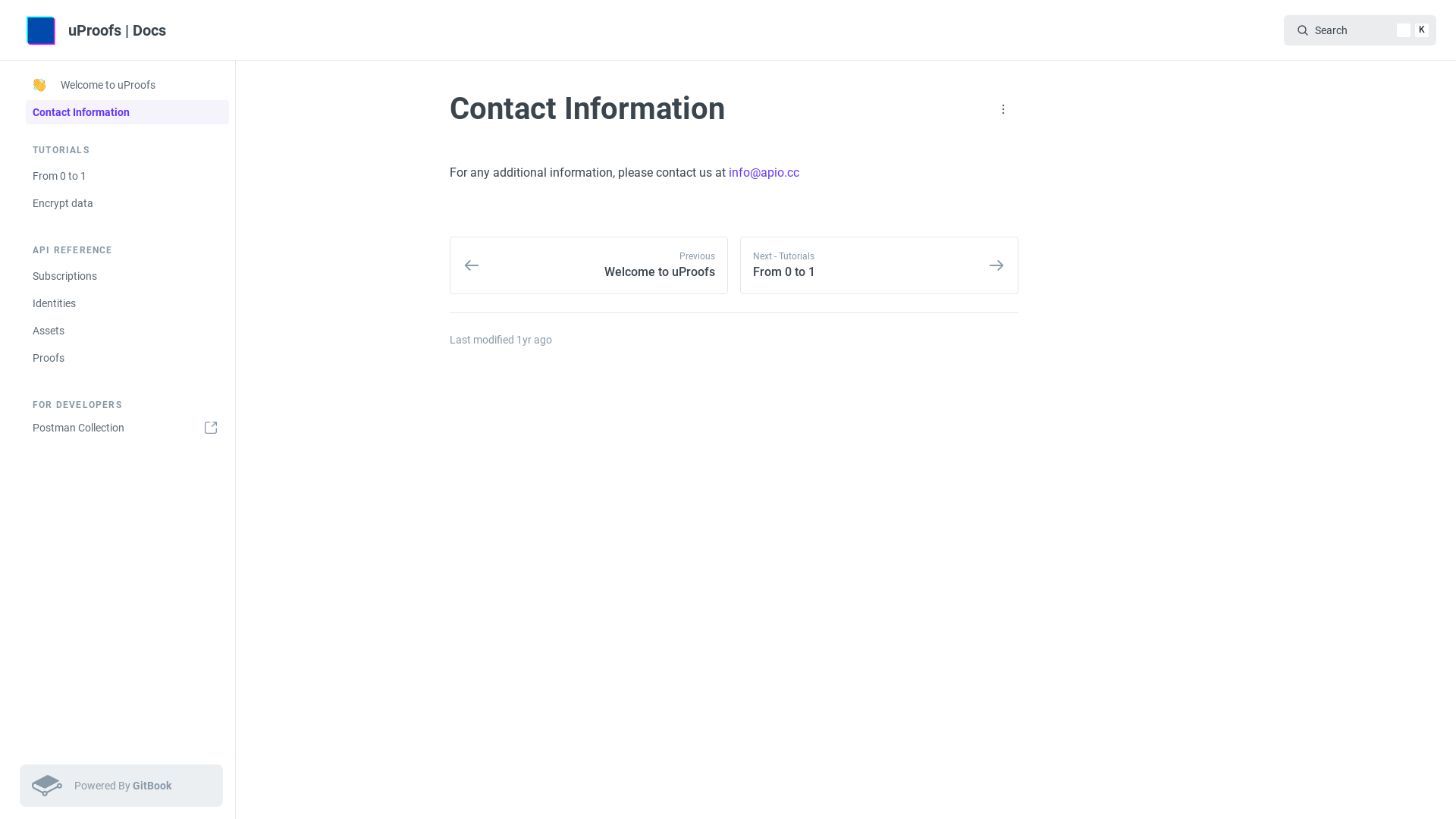 Image resolution: width=1456 pixels, height=819 pixels. Describe the element at coordinates (127, 357) in the screenshot. I see `'Proofs'` at that location.